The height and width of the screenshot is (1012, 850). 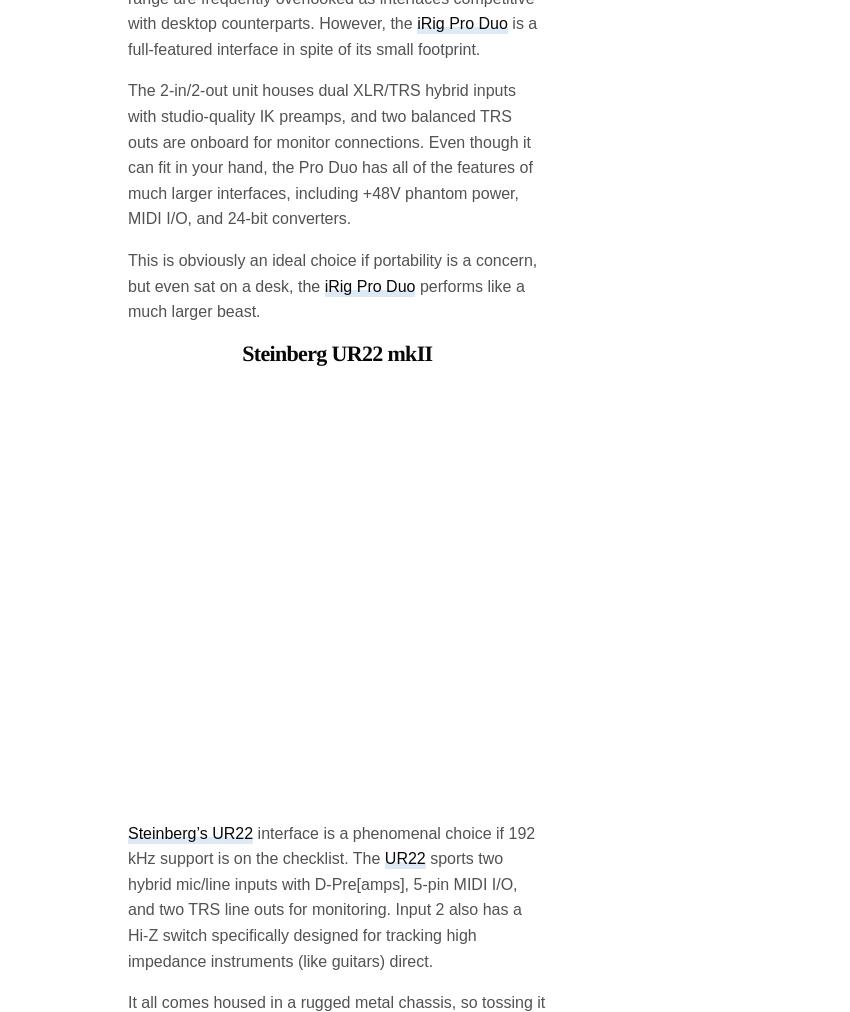 What do you see at coordinates (337, 191) in the screenshot?
I see `'Steinberg UR22 mkII'` at bounding box center [337, 191].